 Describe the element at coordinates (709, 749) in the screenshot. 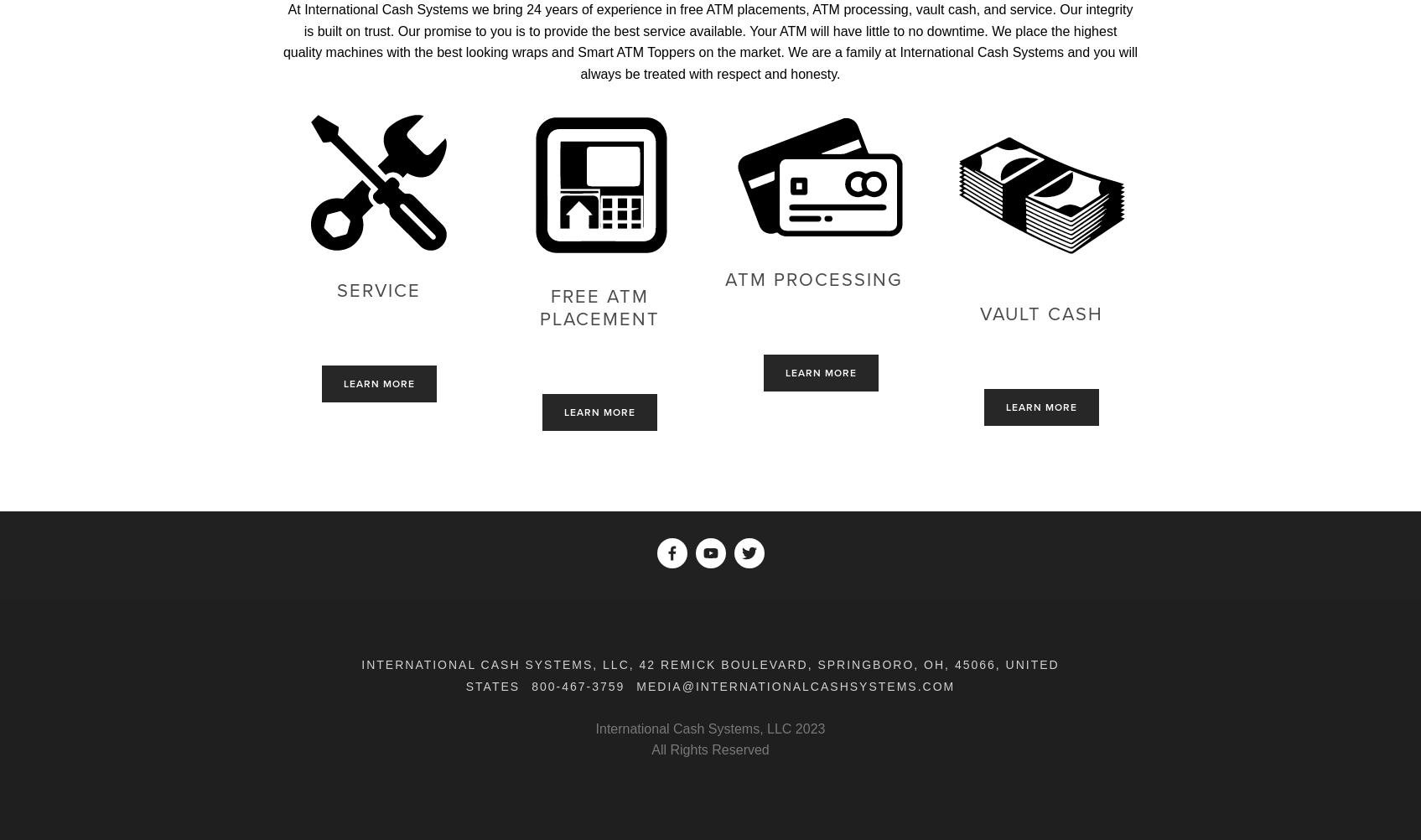

I see `'All Rights Reserved'` at that location.